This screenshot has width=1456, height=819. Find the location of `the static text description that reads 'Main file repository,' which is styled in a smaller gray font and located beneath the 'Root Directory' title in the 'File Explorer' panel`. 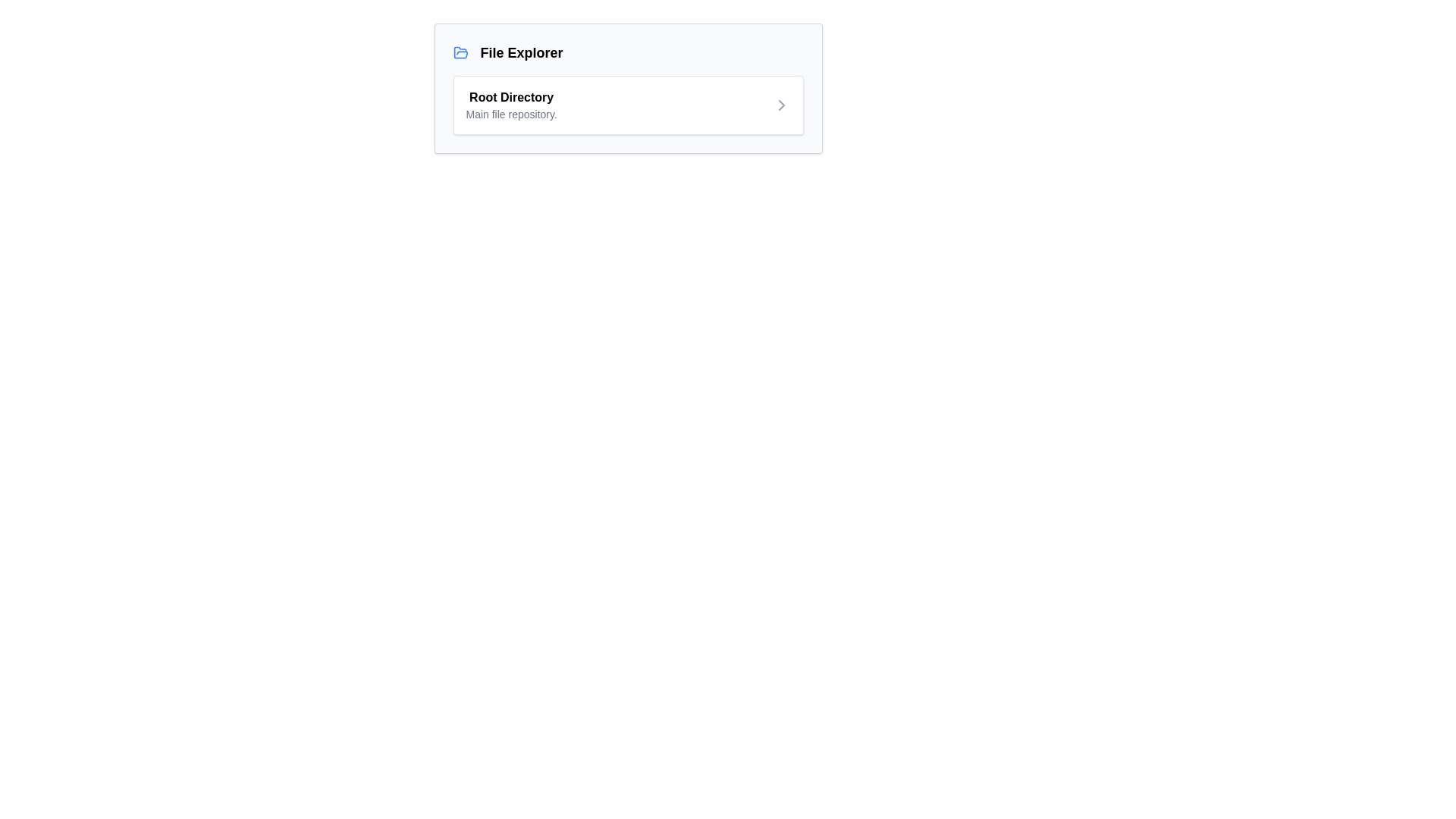

the static text description that reads 'Main file repository,' which is styled in a smaller gray font and located beneath the 'Root Directory' title in the 'File Explorer' panel is located at coordinates (511, 113).